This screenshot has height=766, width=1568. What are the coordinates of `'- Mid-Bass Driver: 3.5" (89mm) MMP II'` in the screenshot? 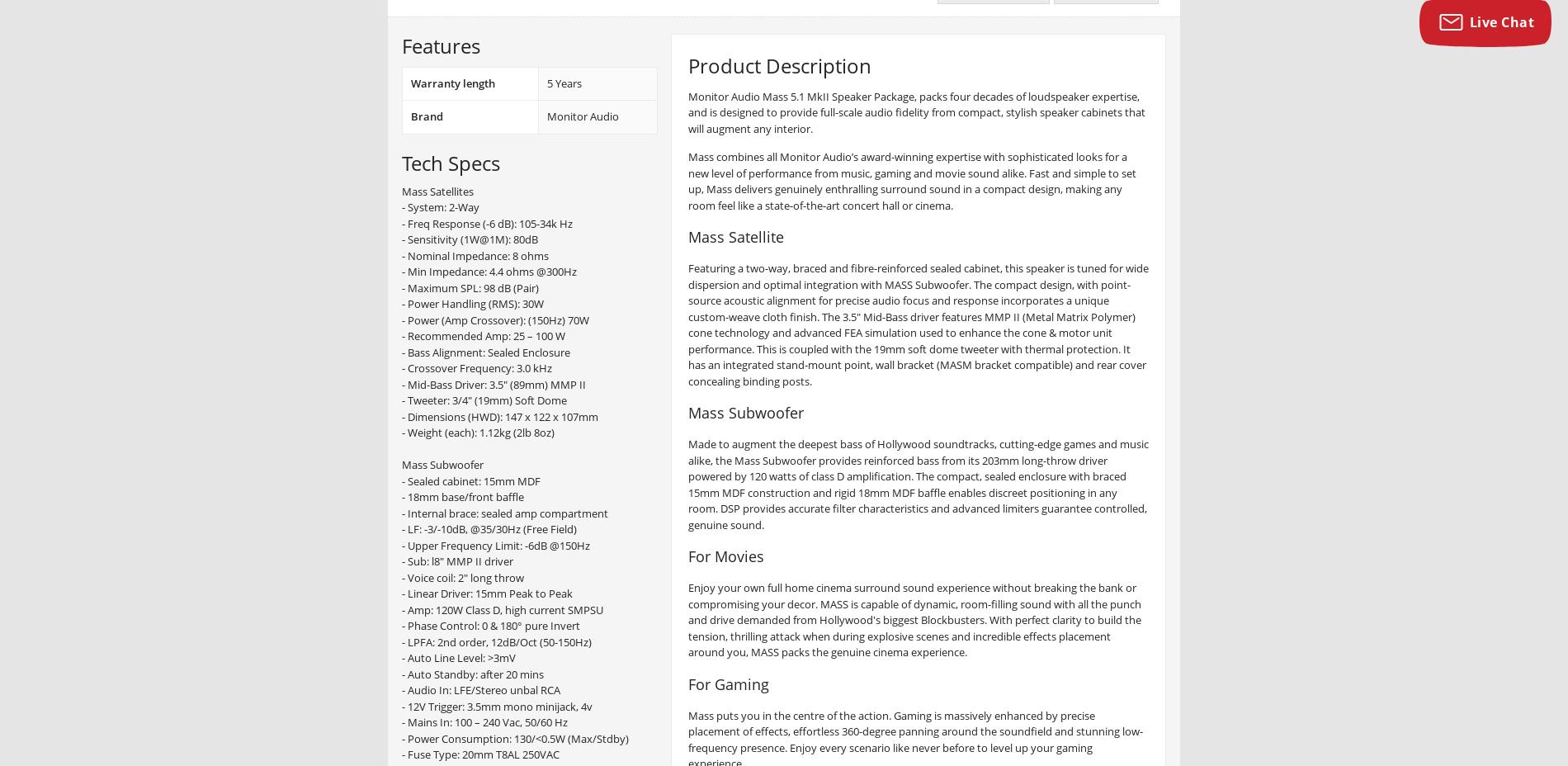 It's located at (494, 383).